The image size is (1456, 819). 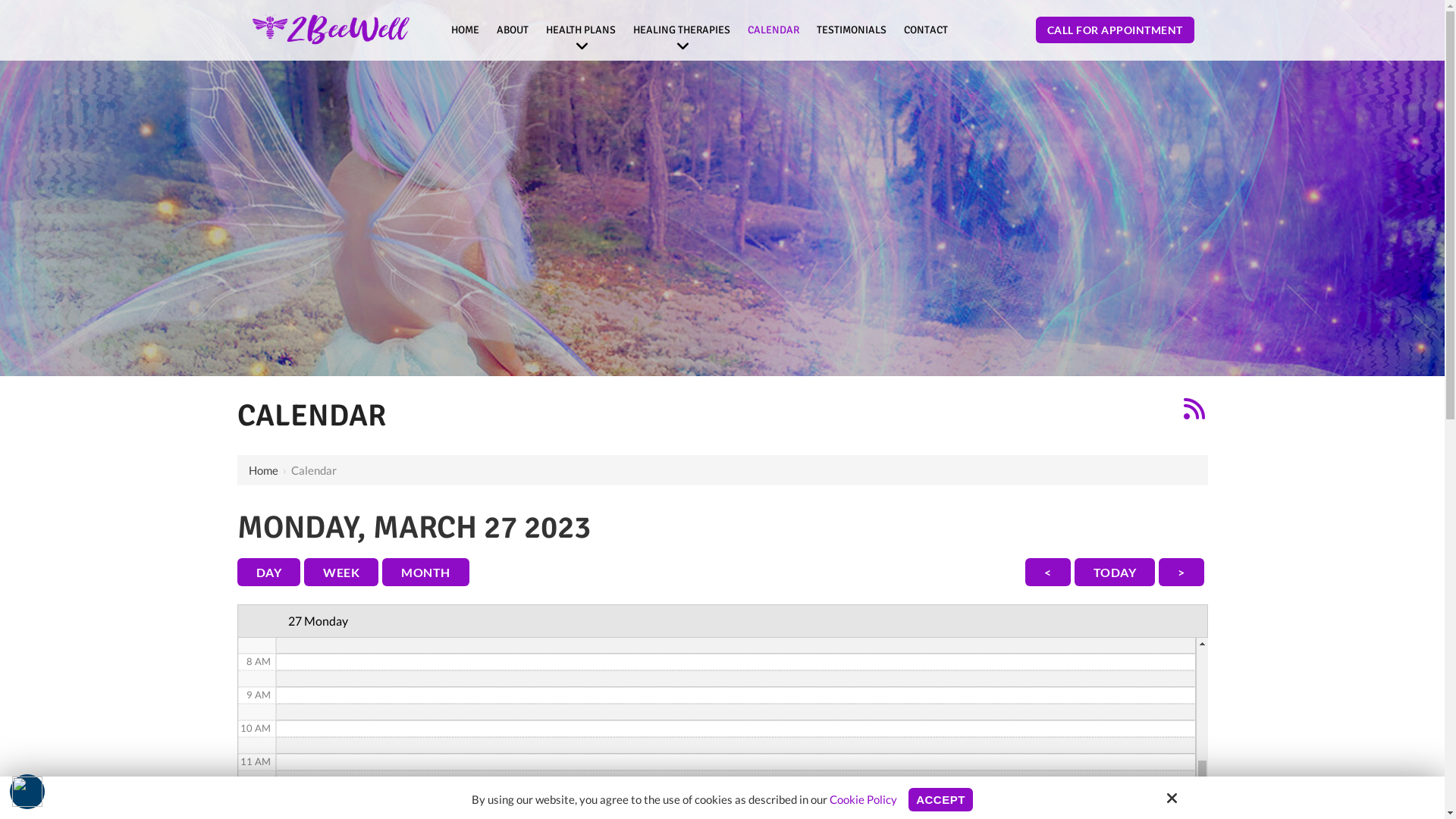 What do you see at coordinates (464, 30) in the screenshot?
I see `'HOME'` at bounding box center [464, 30].